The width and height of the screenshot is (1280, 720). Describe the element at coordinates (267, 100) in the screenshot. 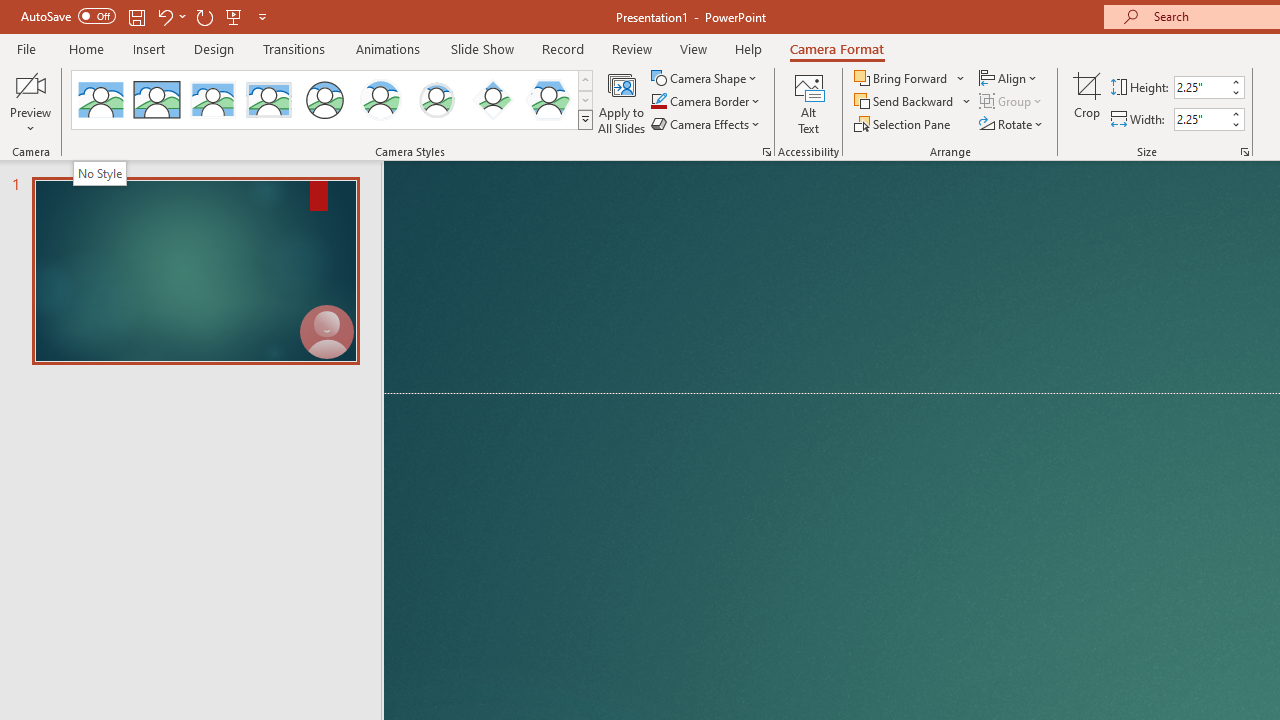

I see `'Soft Edge Rectangle'` at that location.